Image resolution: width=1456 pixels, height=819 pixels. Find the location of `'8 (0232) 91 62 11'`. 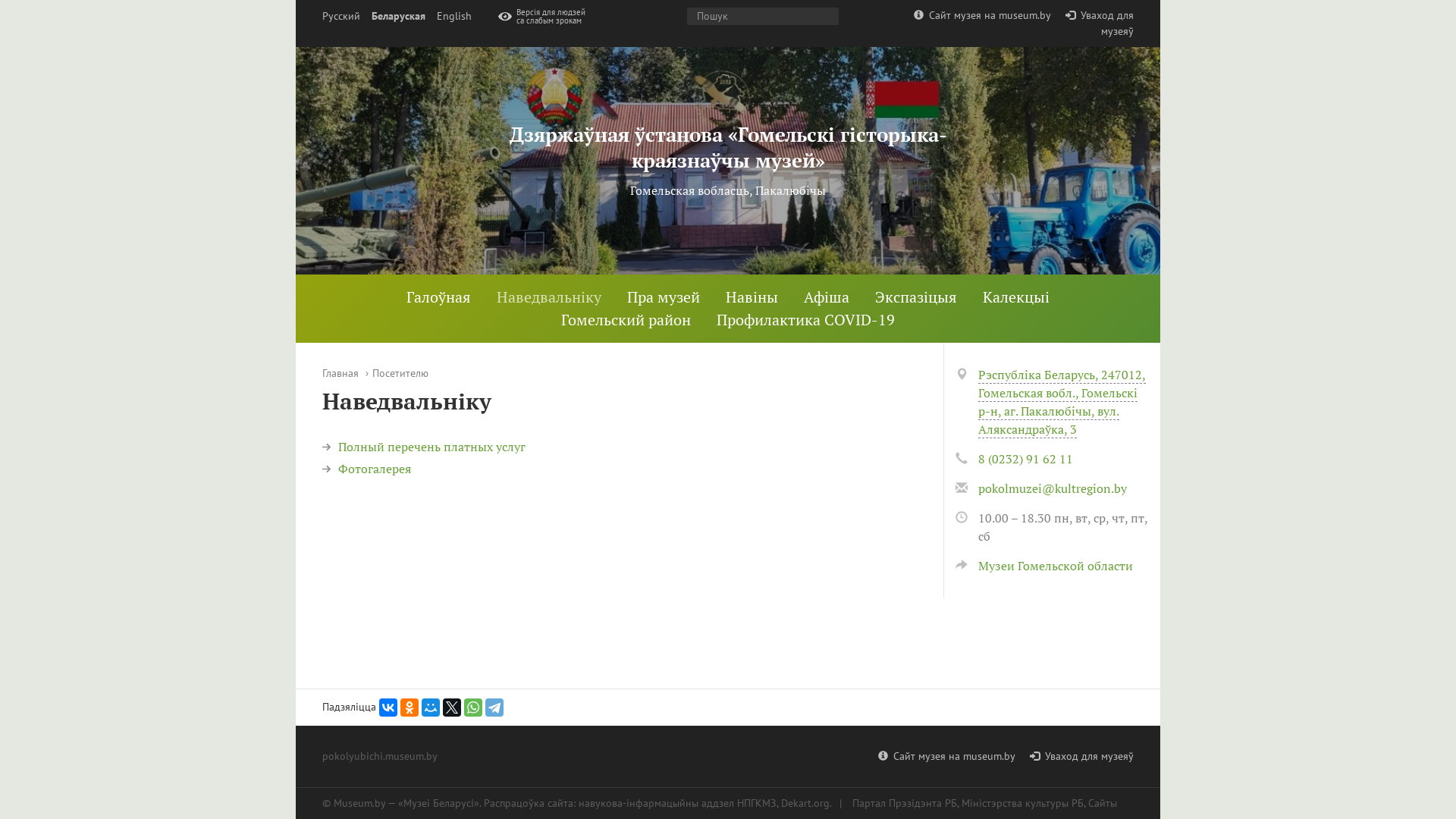

'8 (0232) 91 62 11' is located at coordinates (1025, 458).